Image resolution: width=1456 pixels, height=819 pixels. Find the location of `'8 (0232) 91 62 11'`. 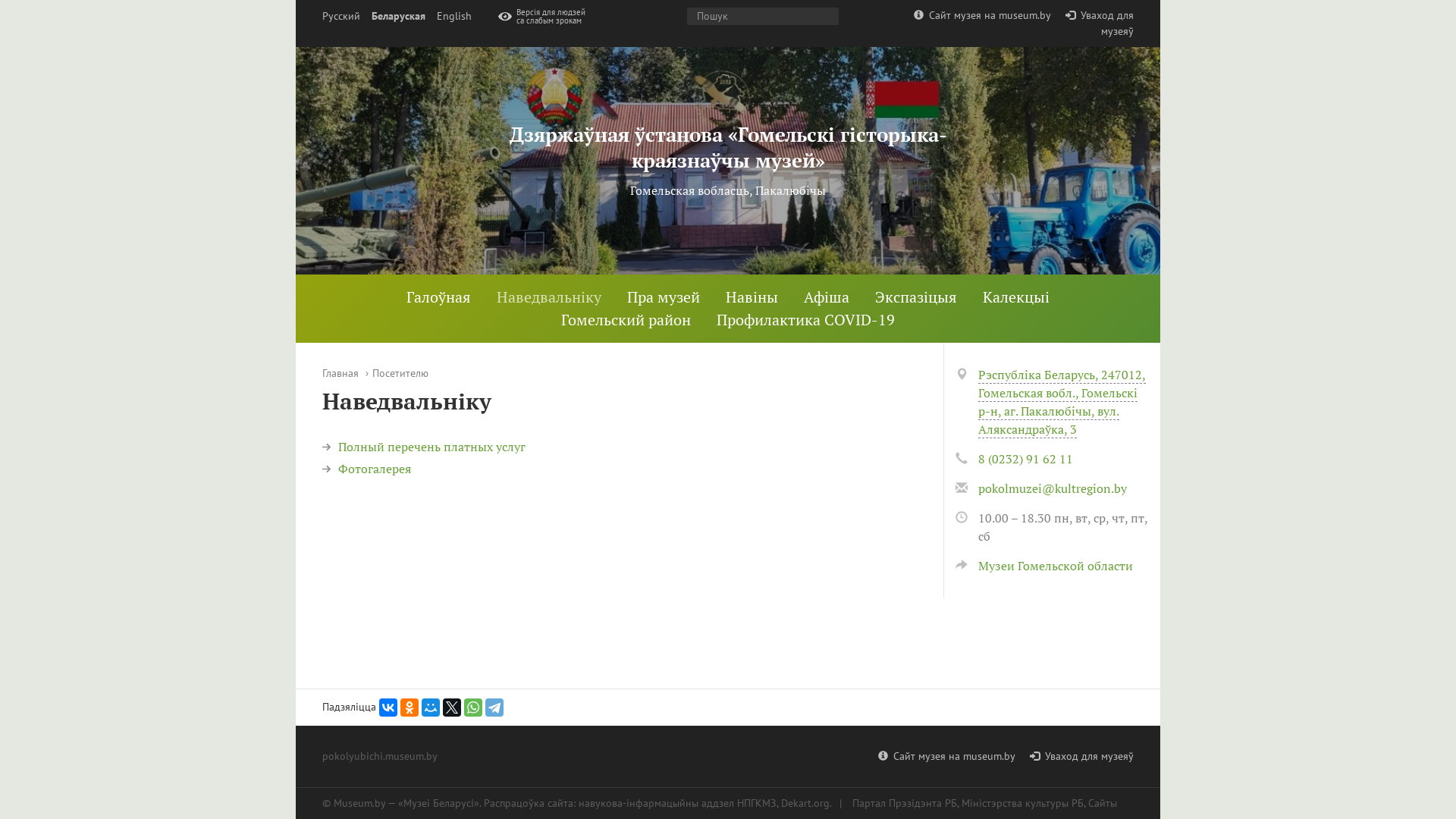

'8 (0232) 91 62 11' is located at coordinates (1025, 458).